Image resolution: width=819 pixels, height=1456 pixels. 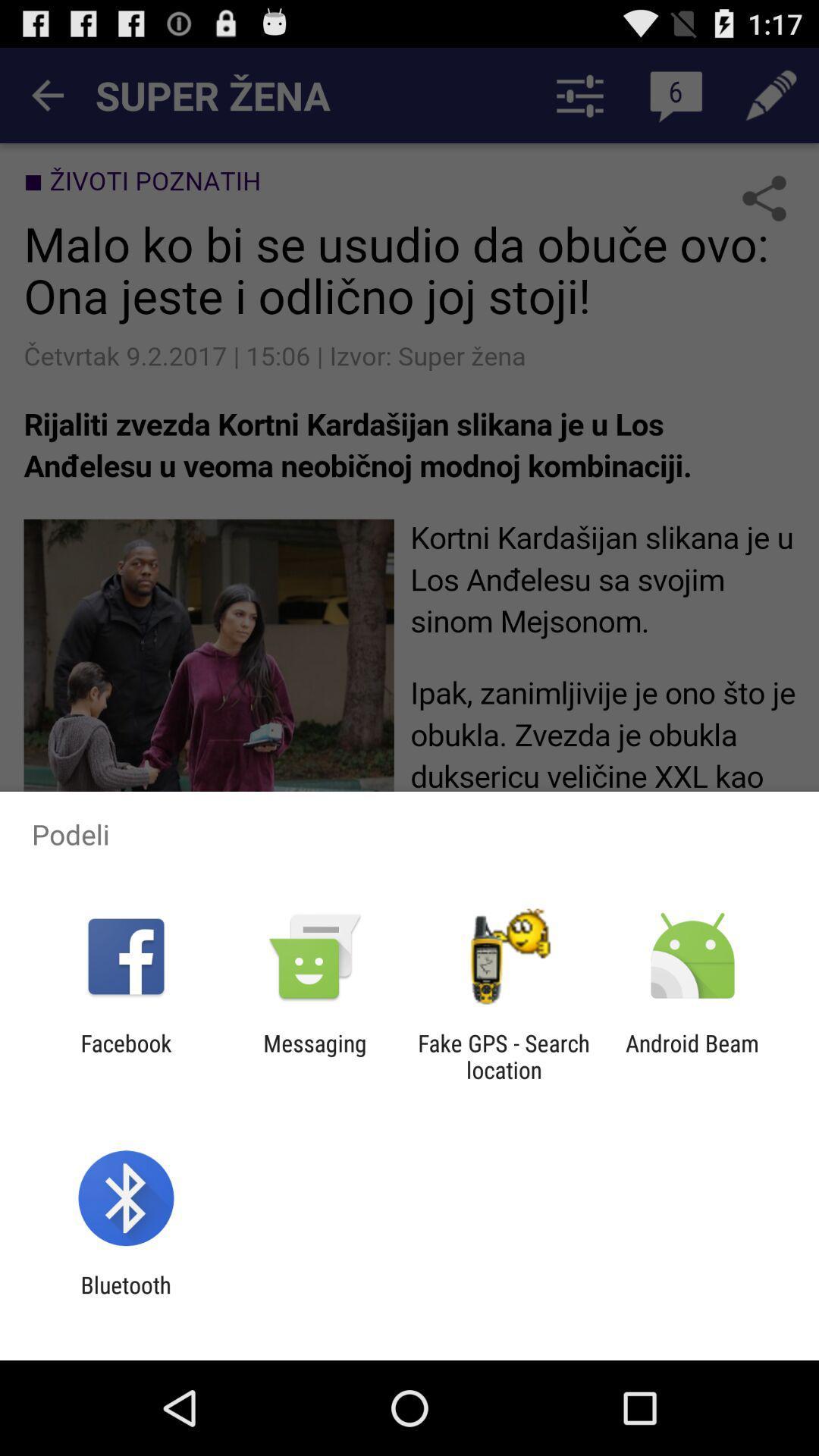 I want to click on app next to the messaging app, so click(x=504, y=1056).